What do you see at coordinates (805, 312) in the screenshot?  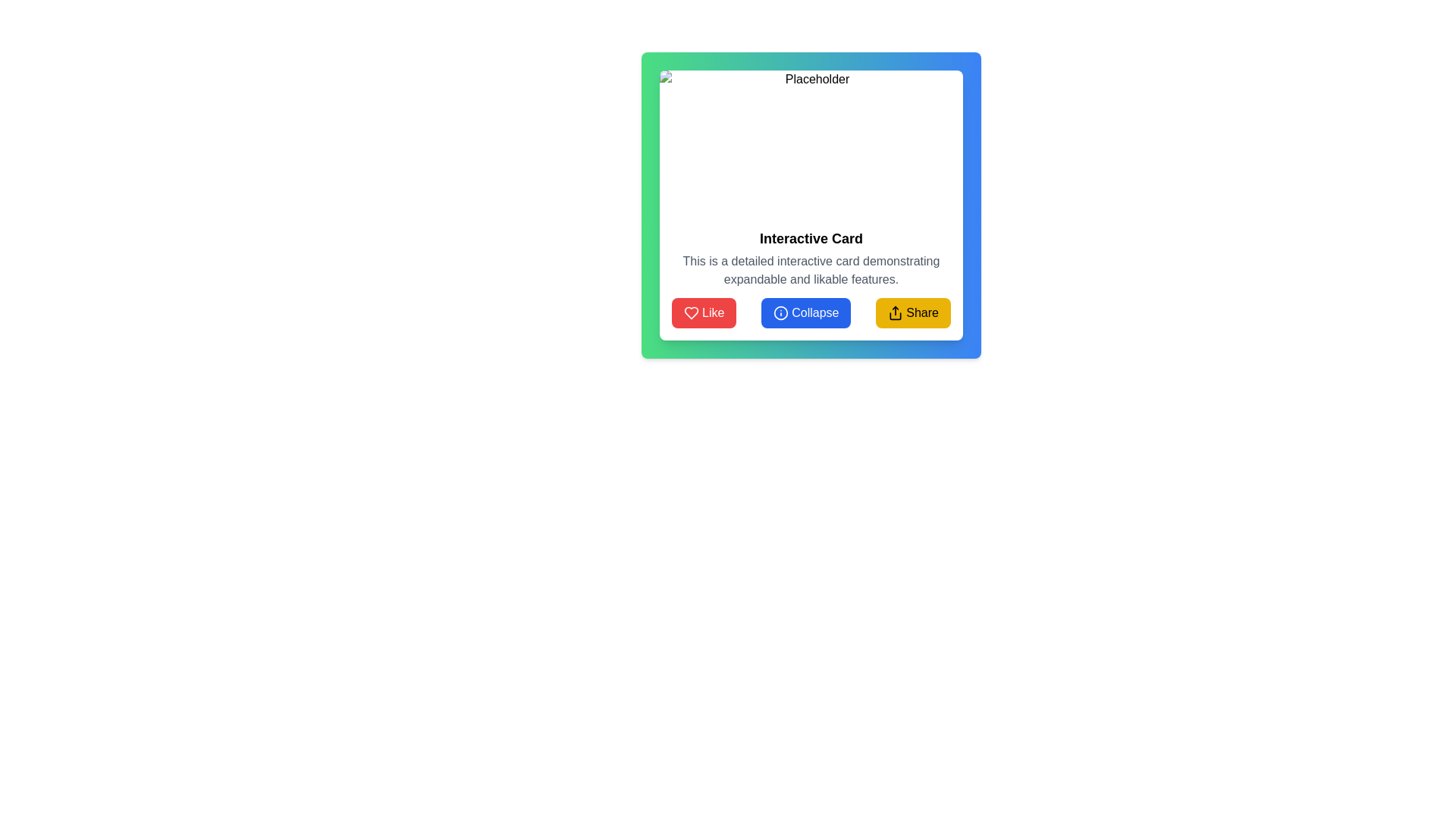 I see `the blue 'Collapse' button with rounded edges and white text` at bounding box center [805, 312].